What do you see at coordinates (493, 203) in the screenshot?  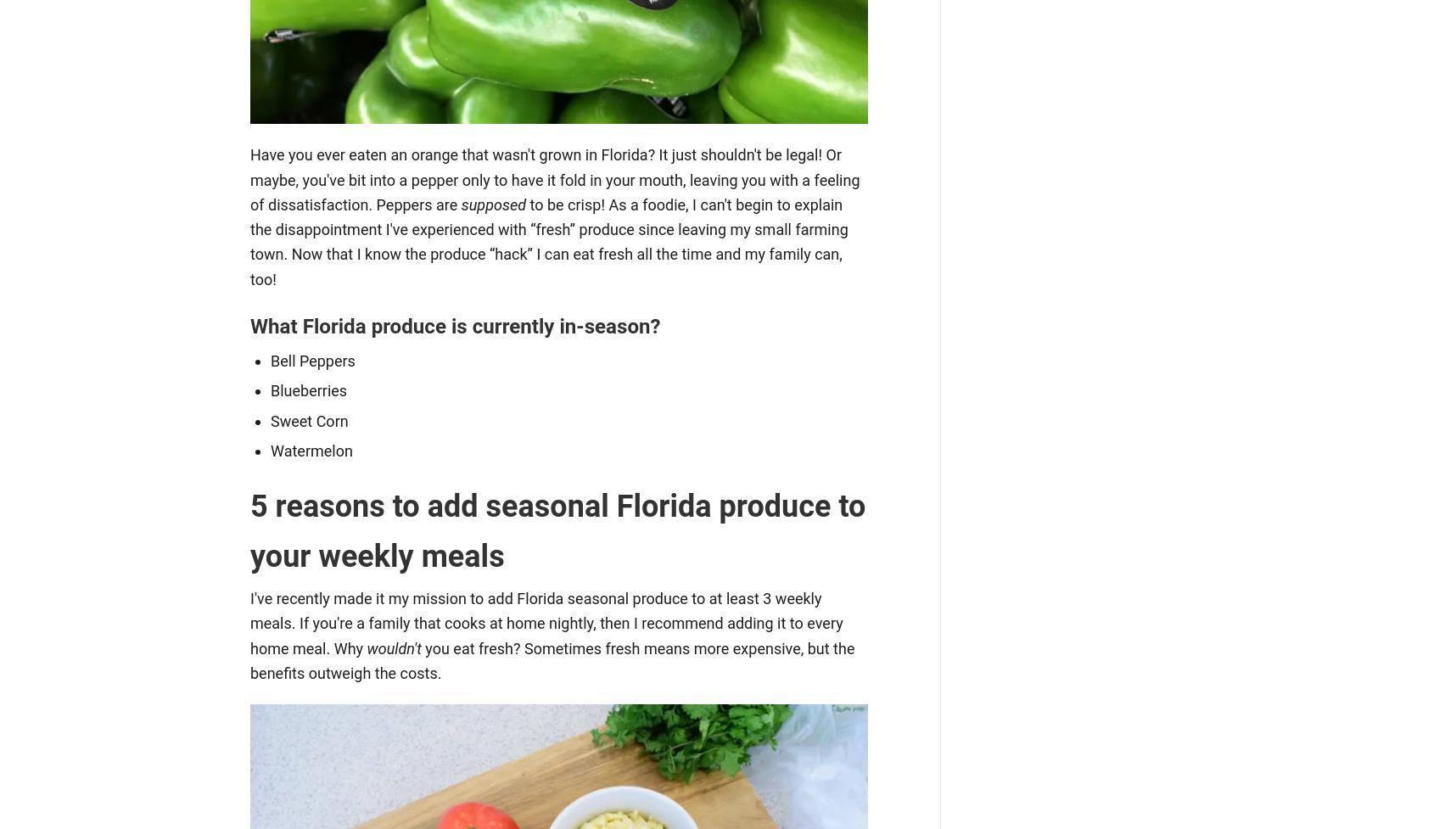 I see `'supposed'` at bounding box center [493, 203].